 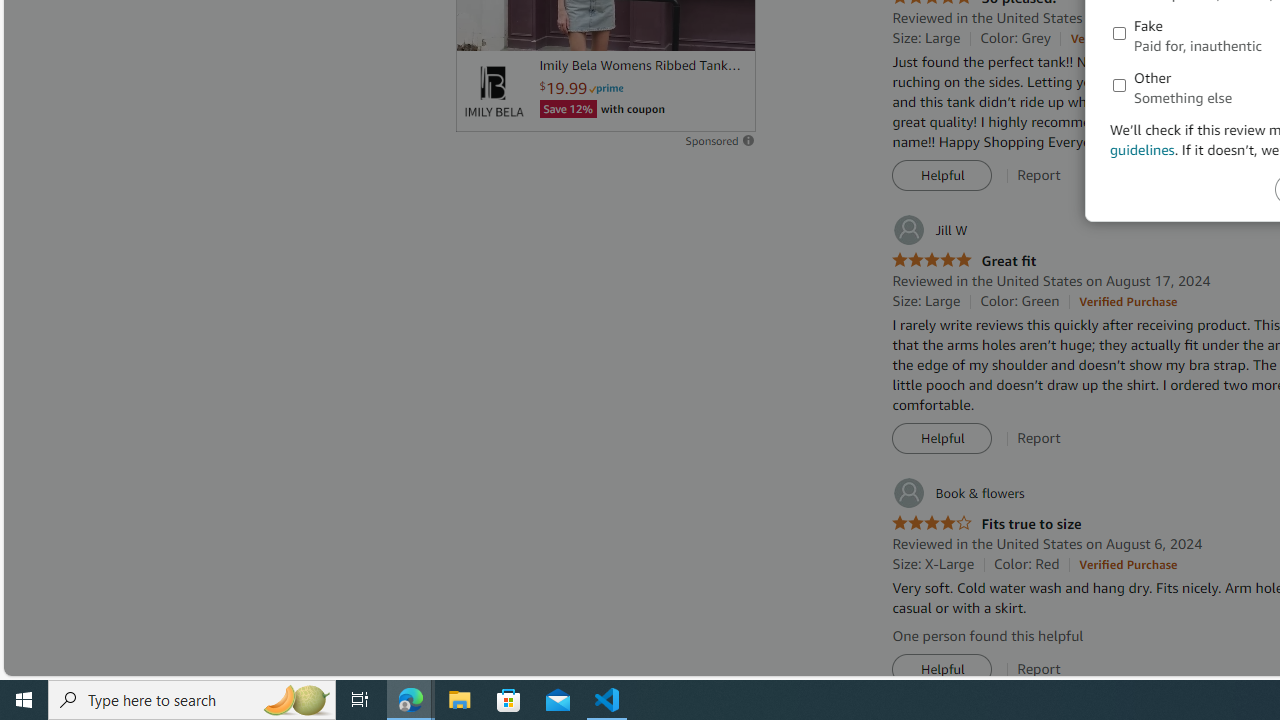 What do you see at coordinates (964, 260) in the screenshot?
I see `'5.0 out of 5 stars Great fit'` at bounding box center [964, 260].